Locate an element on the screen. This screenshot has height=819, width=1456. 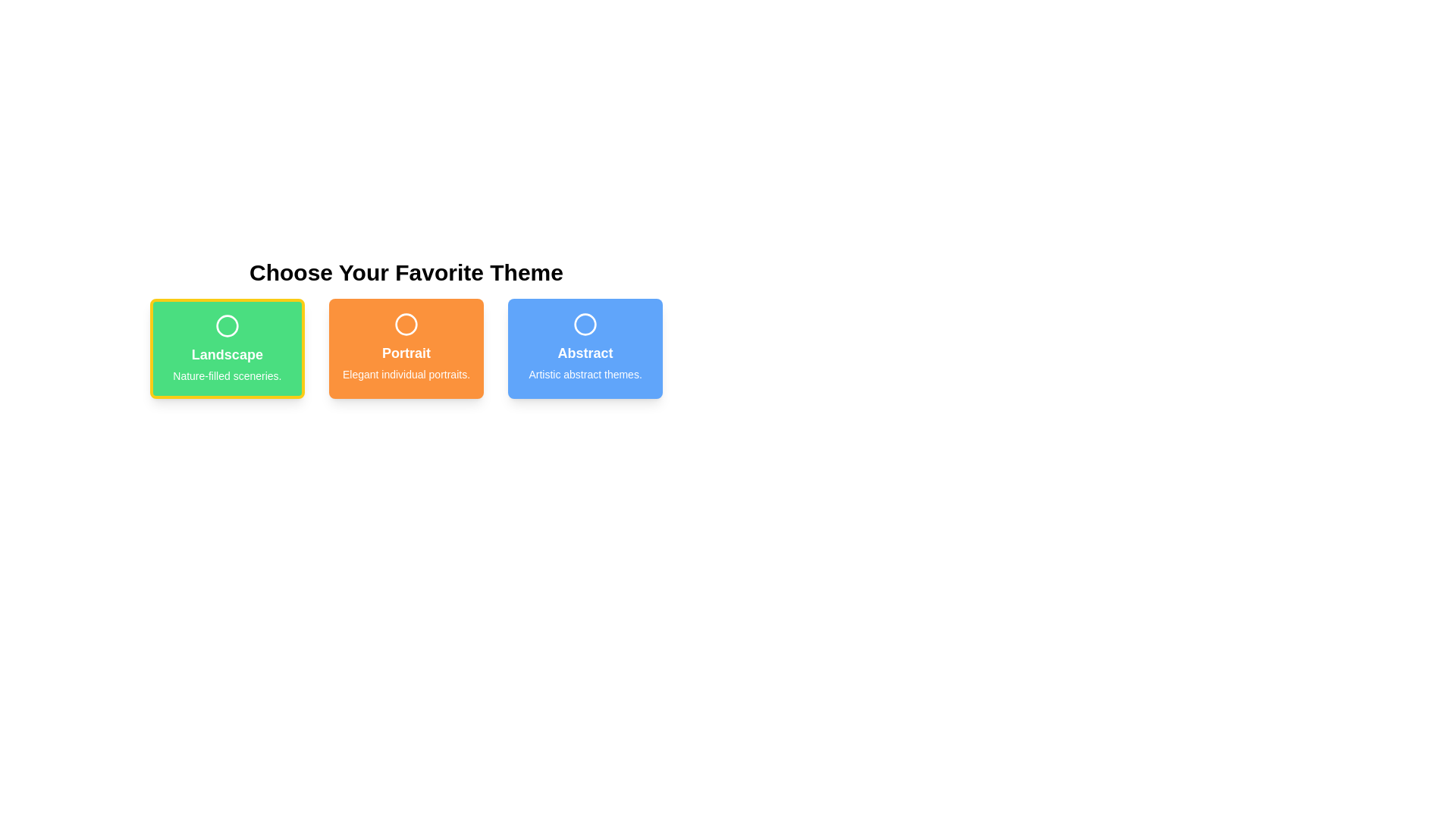
the central circular shape within the blue card labeled 'Abstract', which is the rightmost card in a three-card layout is located at coordinates (585, 324).